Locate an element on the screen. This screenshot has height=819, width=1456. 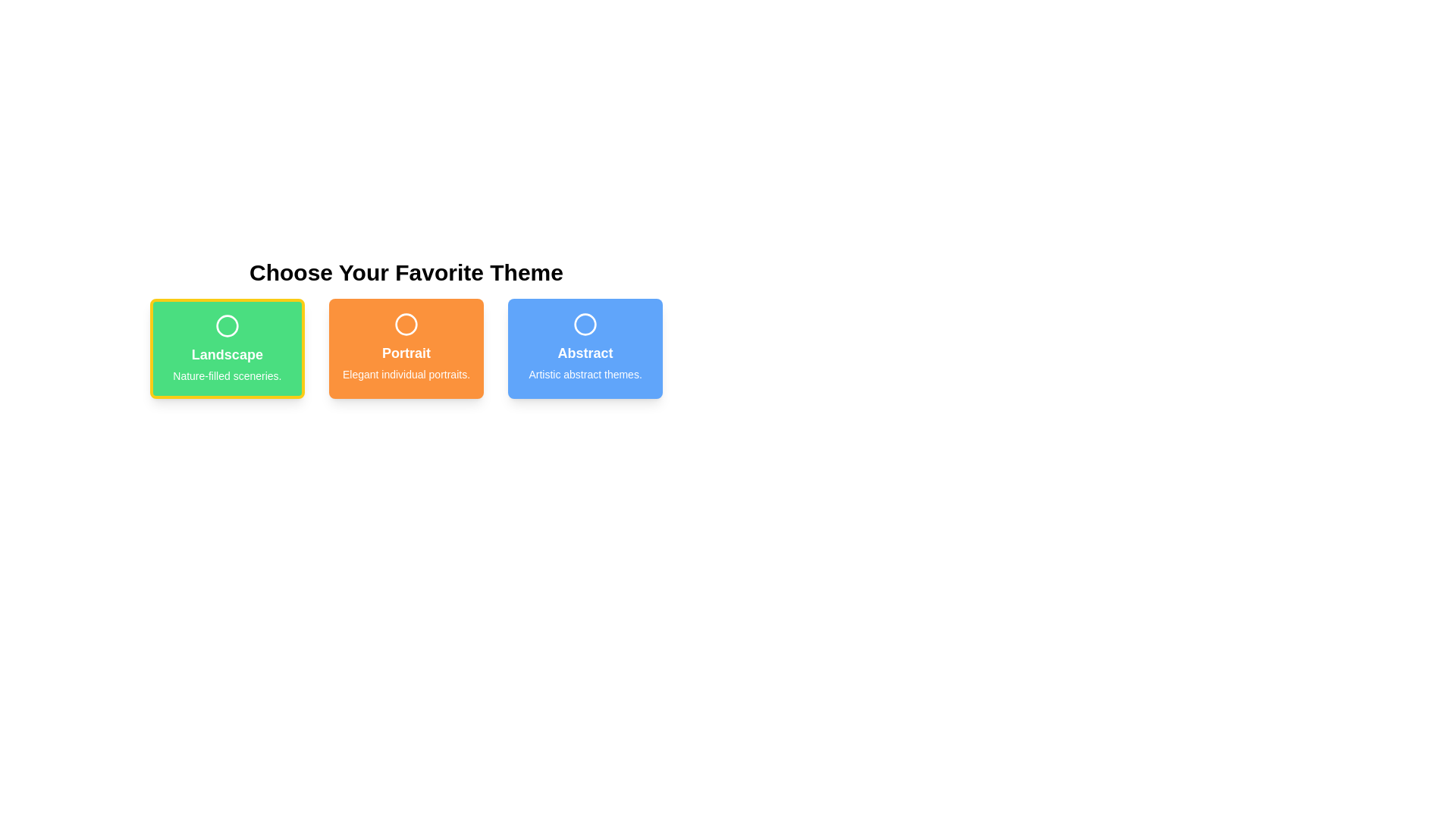
the central circular shape within the blue card labeled 'Abstract', which is the rightmost card in a three-card layout is located at coordinates (585, 324).